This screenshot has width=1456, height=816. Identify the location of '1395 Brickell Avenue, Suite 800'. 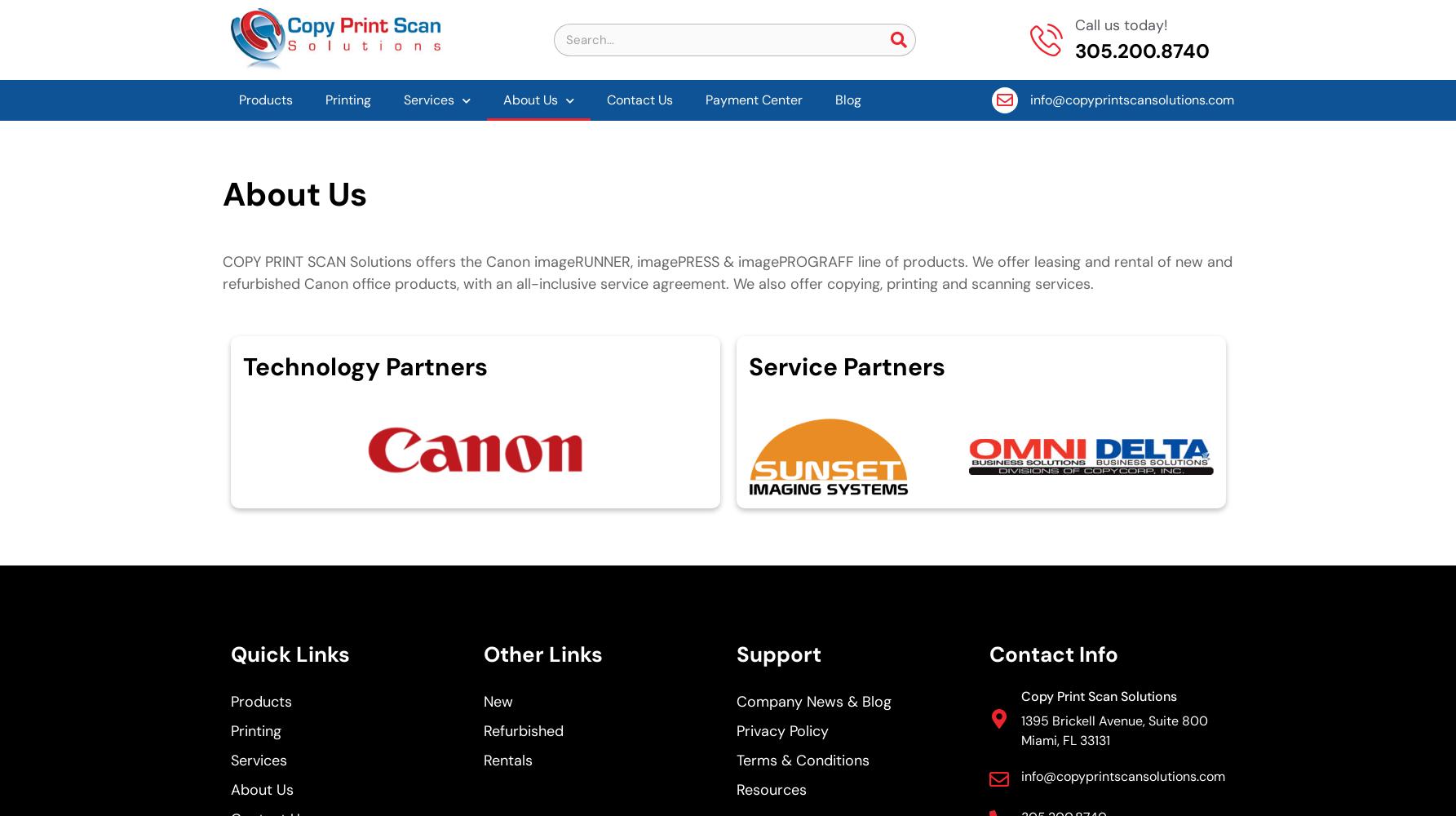
(1019, 721).